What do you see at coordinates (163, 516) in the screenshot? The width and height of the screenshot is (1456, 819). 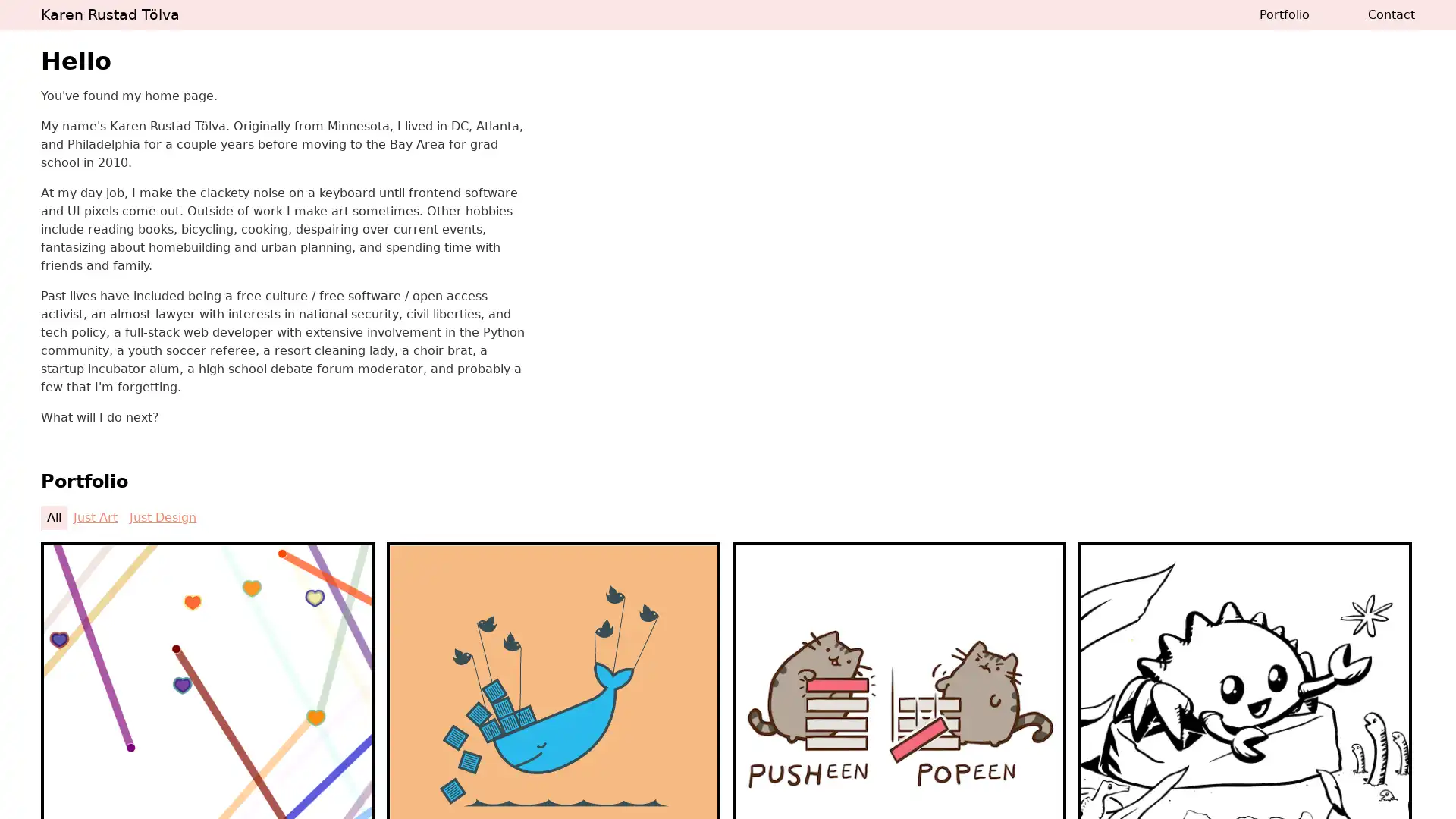 I see `Just Design` at bounding box center [163, 516].